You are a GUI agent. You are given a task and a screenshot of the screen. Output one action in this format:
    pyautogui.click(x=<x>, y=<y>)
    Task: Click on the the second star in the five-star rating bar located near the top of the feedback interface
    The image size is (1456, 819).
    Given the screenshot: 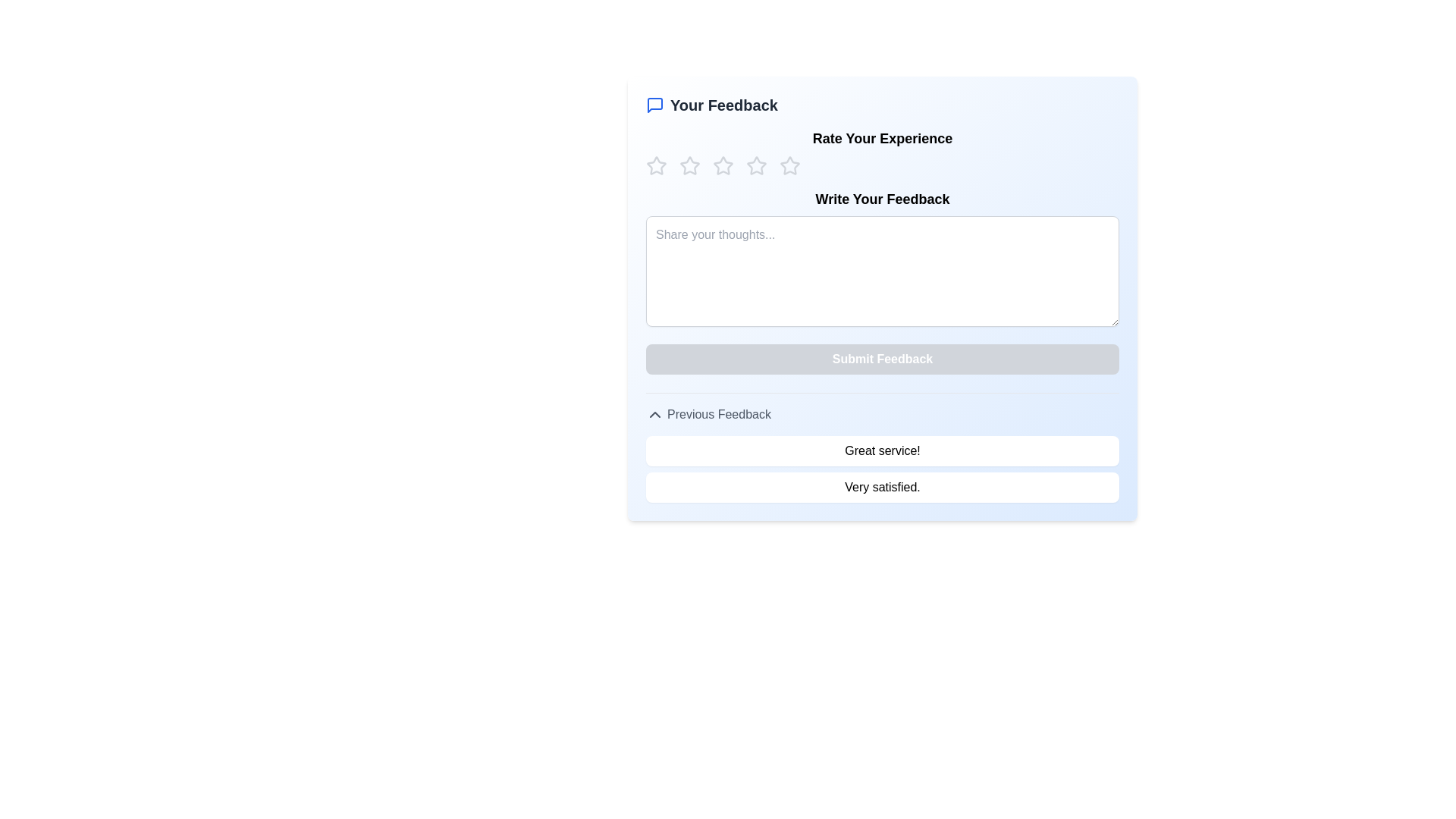 What is the action you would take?
    pyautogui.click(x=689, y=165)
    